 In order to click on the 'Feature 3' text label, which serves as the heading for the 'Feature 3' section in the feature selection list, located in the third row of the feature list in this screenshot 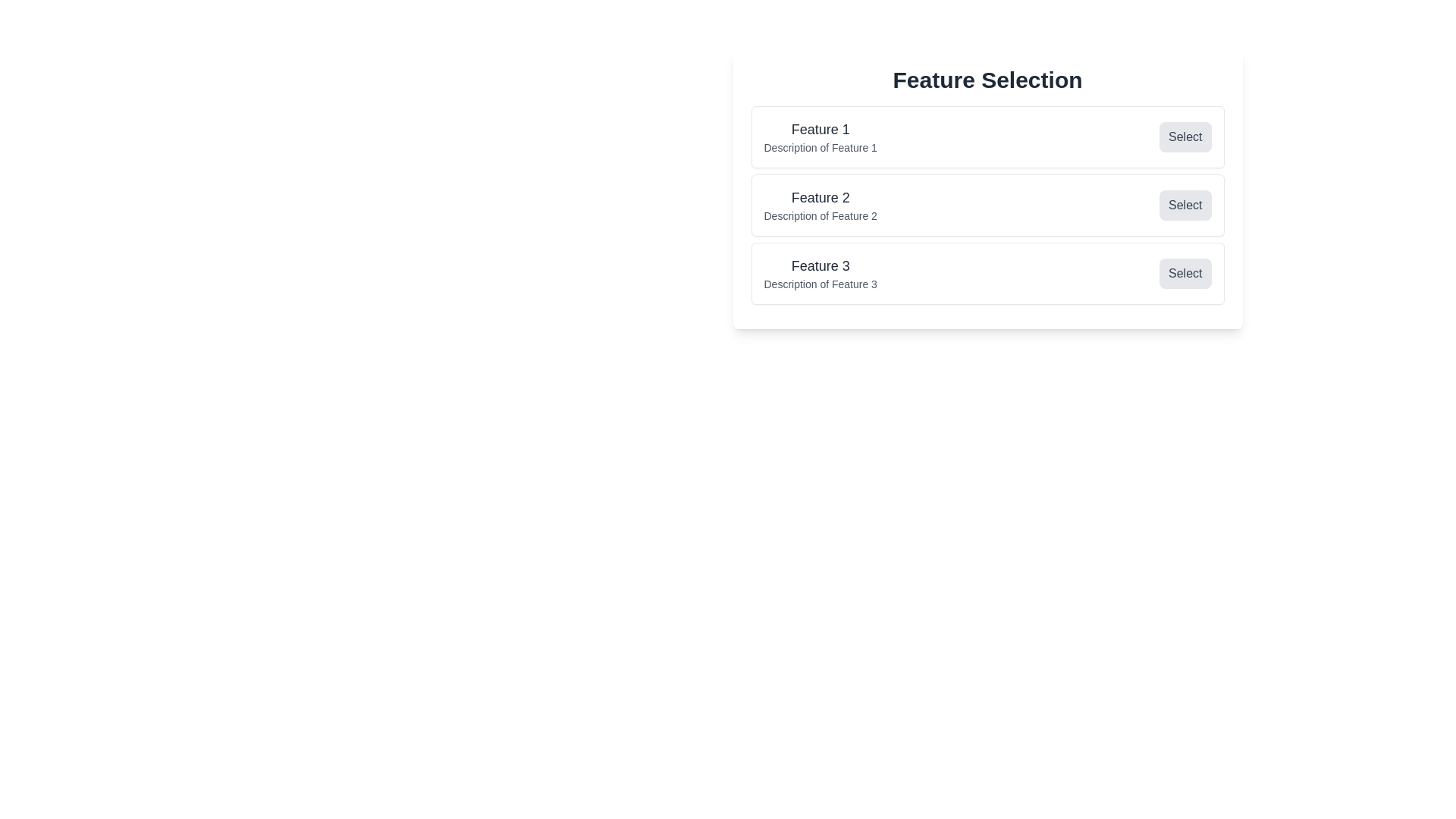, I will do `click(820, 265)`.